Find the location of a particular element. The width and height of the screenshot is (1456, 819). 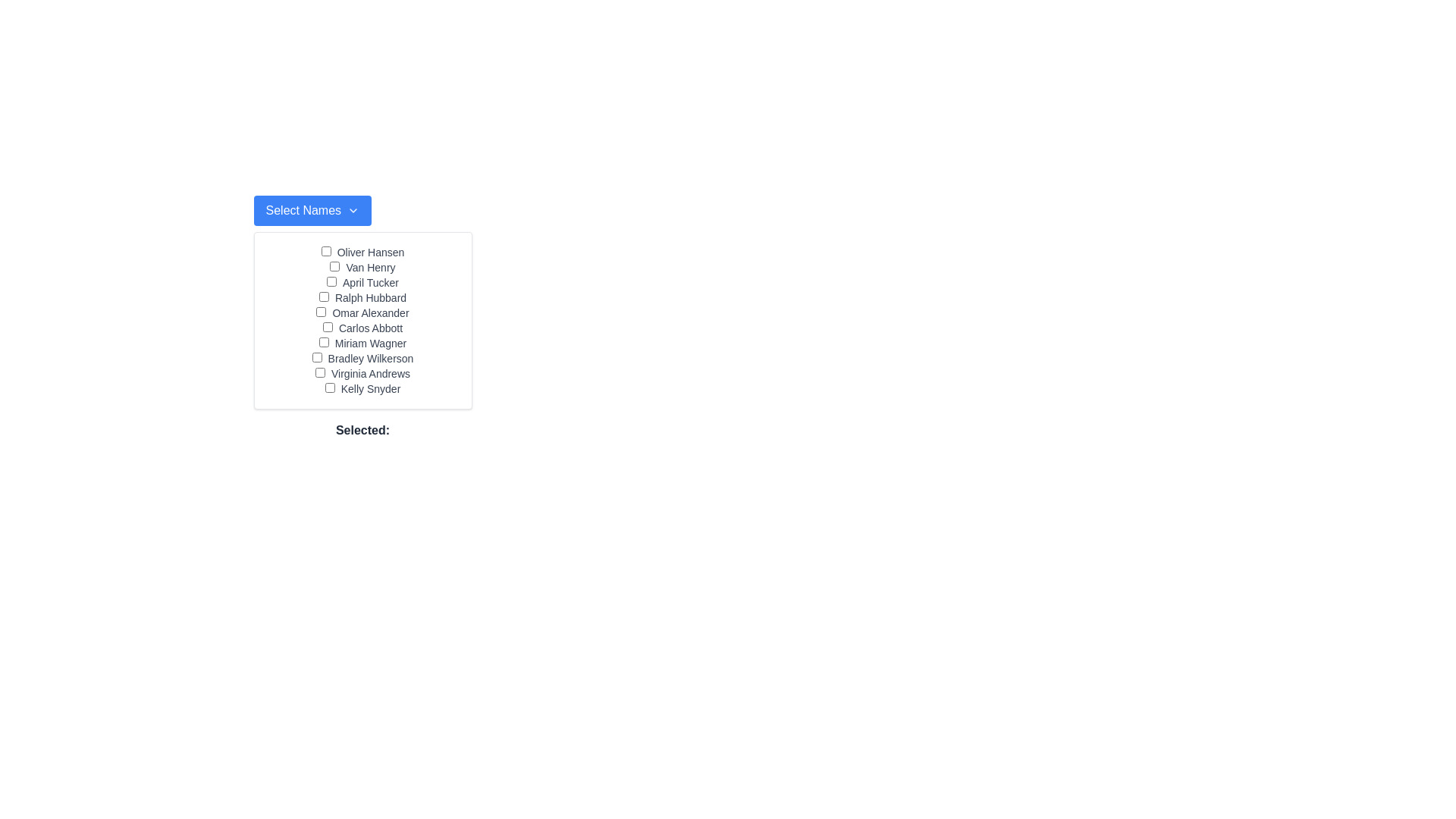

text label 'Van Henry' which is styled with a gray font next to a checkbox in the list of selectable names is located at coordinates (362, 267).